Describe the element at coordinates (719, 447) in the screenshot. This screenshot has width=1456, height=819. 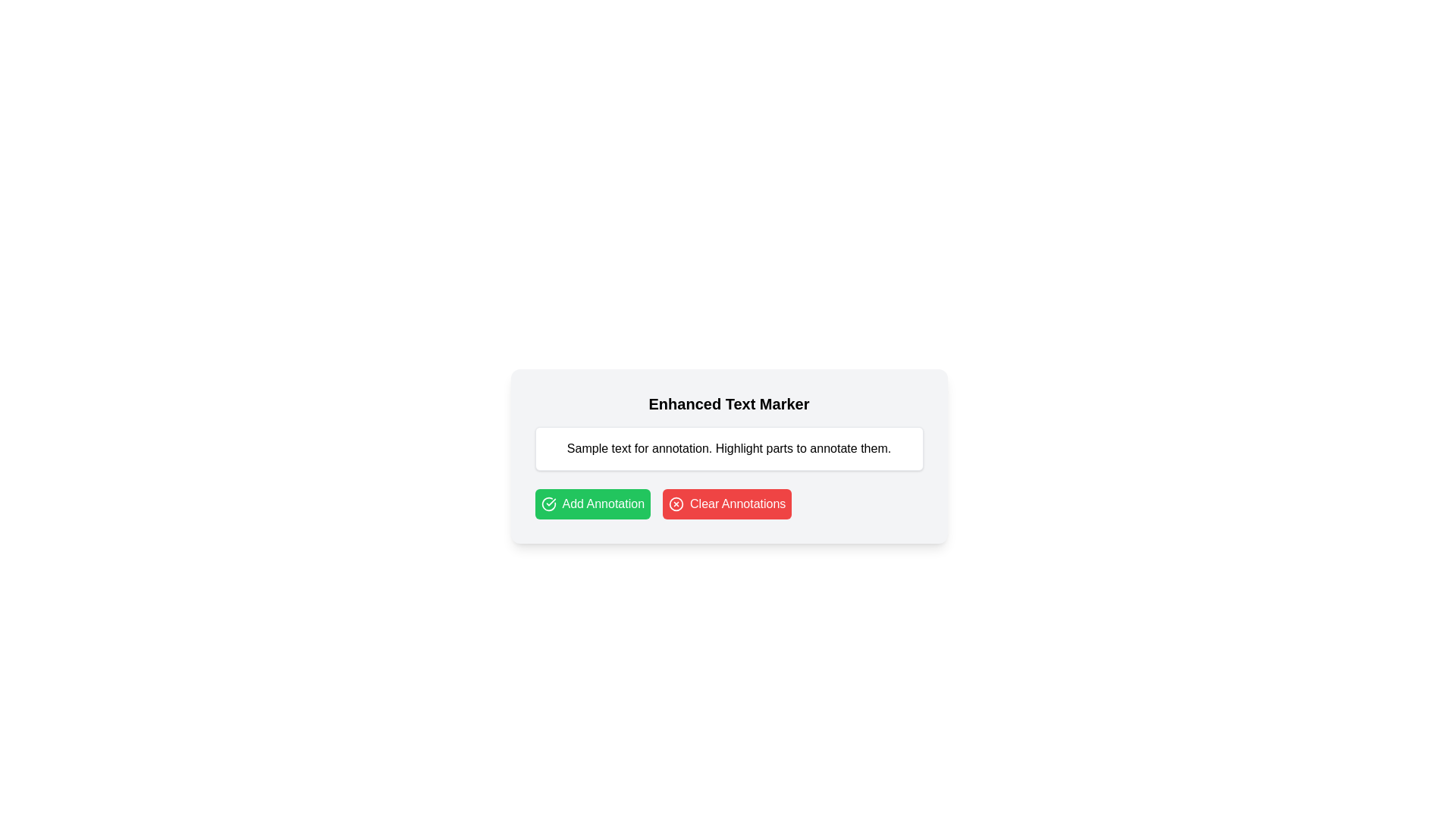
I see `the letter 'H' in the phrase 'Highlight parts to annotate them', which is the 30th character in the text box` at that location.